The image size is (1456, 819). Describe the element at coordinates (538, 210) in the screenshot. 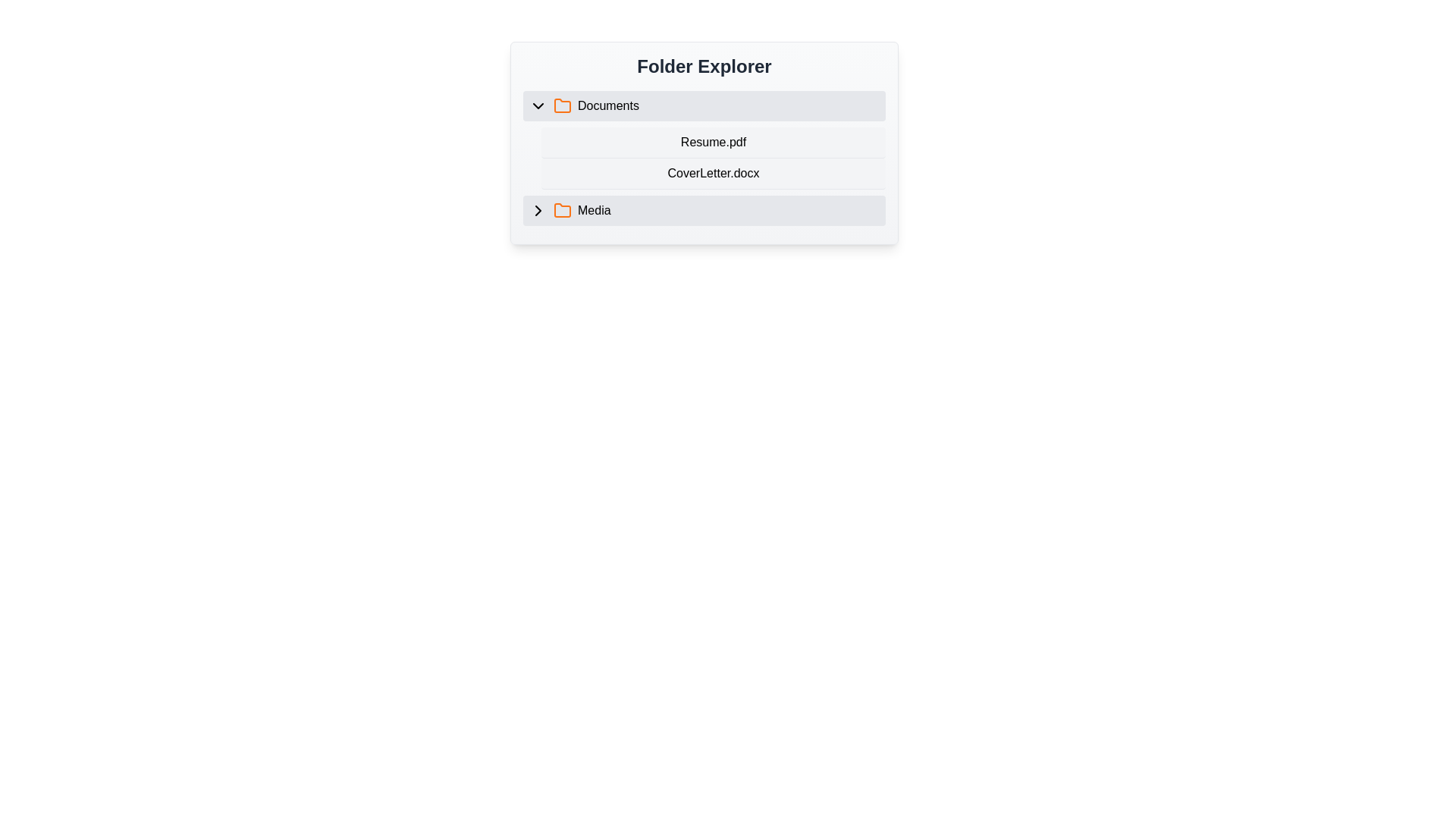

I see `the right-pointing arrow icon located to the left of the 'Media' text in the lower section of the 'Folder Explorer' interface` at that location.